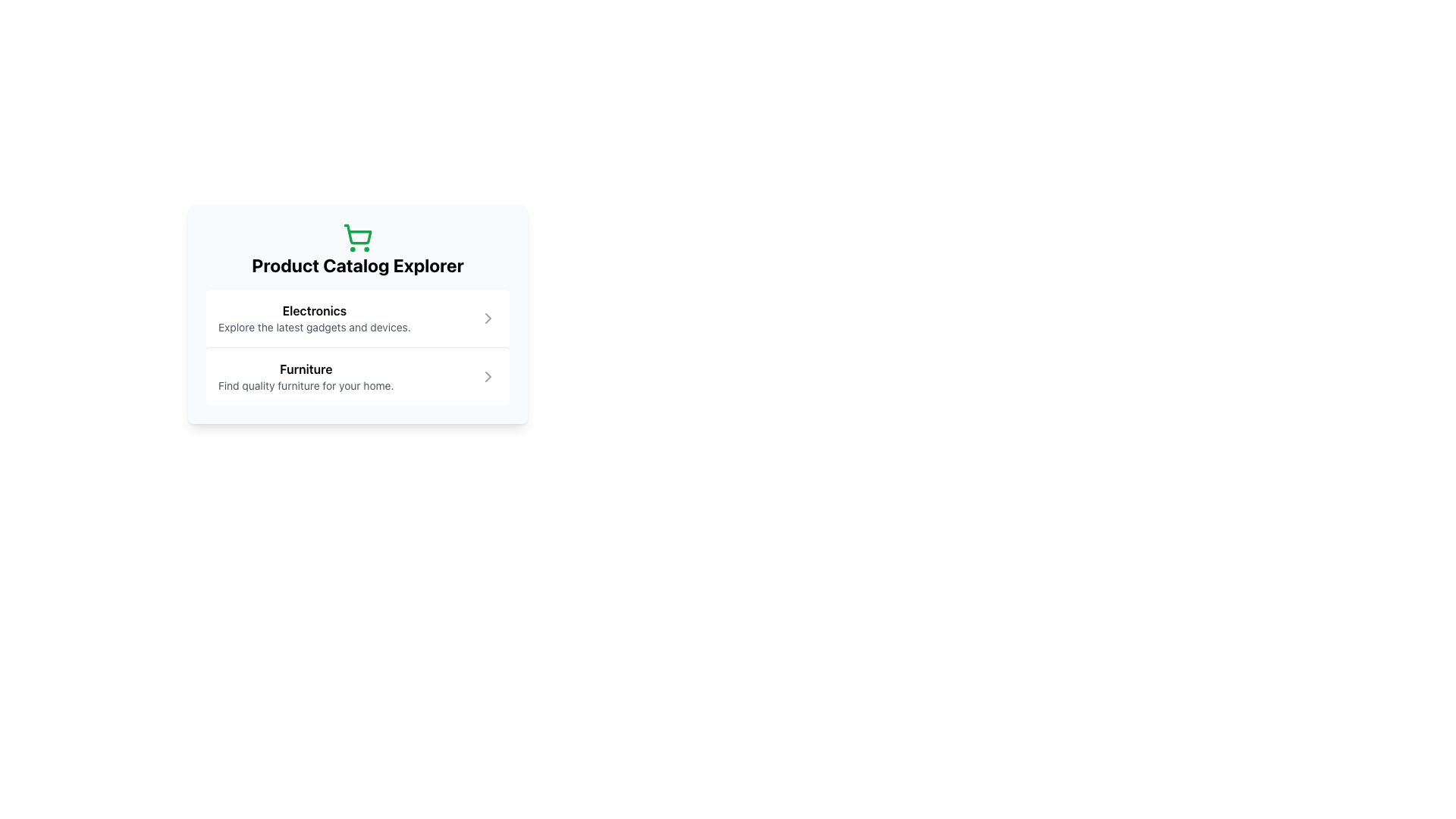  I want to click on the descriptive subtitle located below the 'Furniture' heading in the 'Product Catalog Explorer' section, so click(305, 385).